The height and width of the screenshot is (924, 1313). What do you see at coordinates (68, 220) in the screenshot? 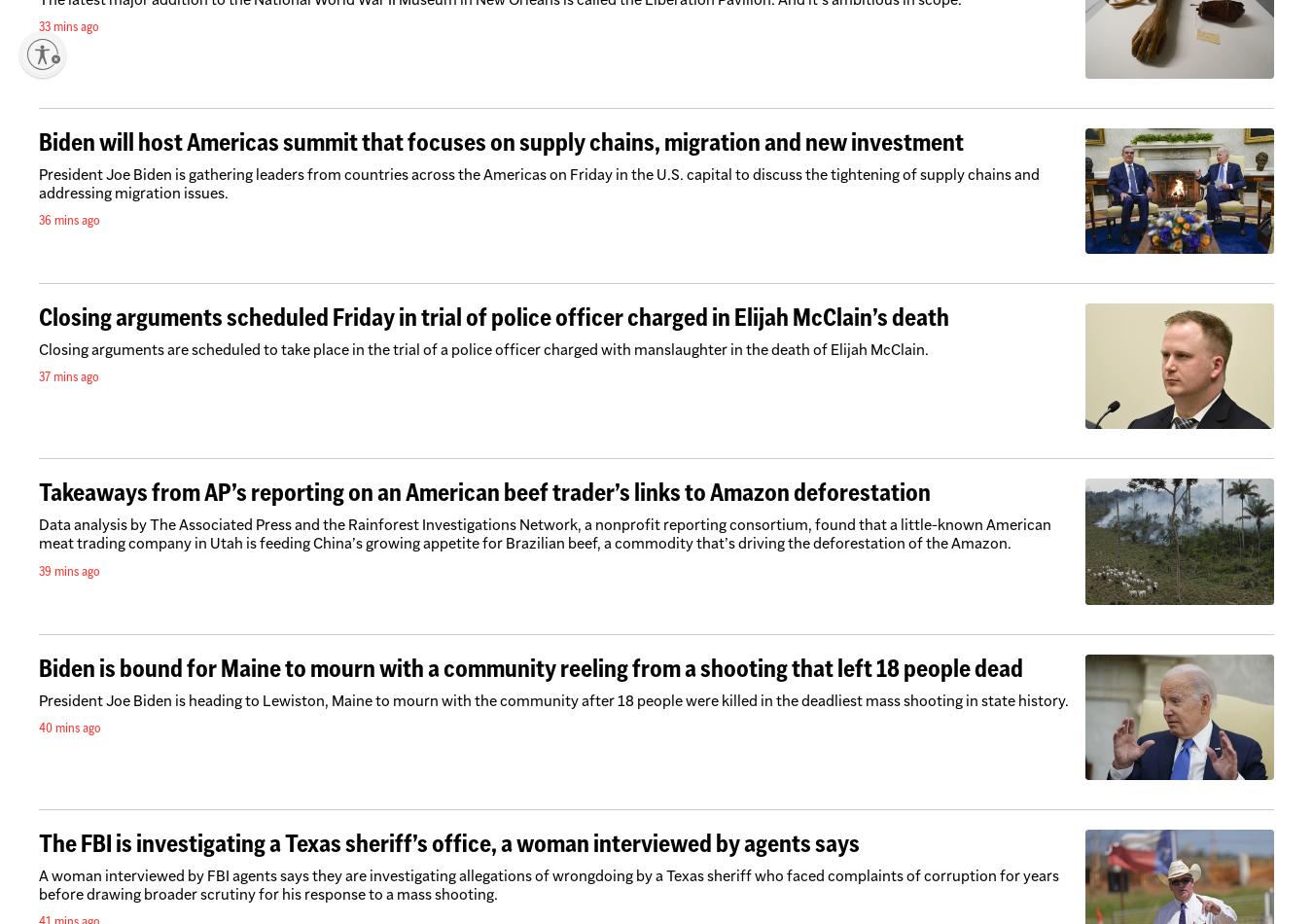
I see `'36 mins ago'` at bounding box center [68, 220].